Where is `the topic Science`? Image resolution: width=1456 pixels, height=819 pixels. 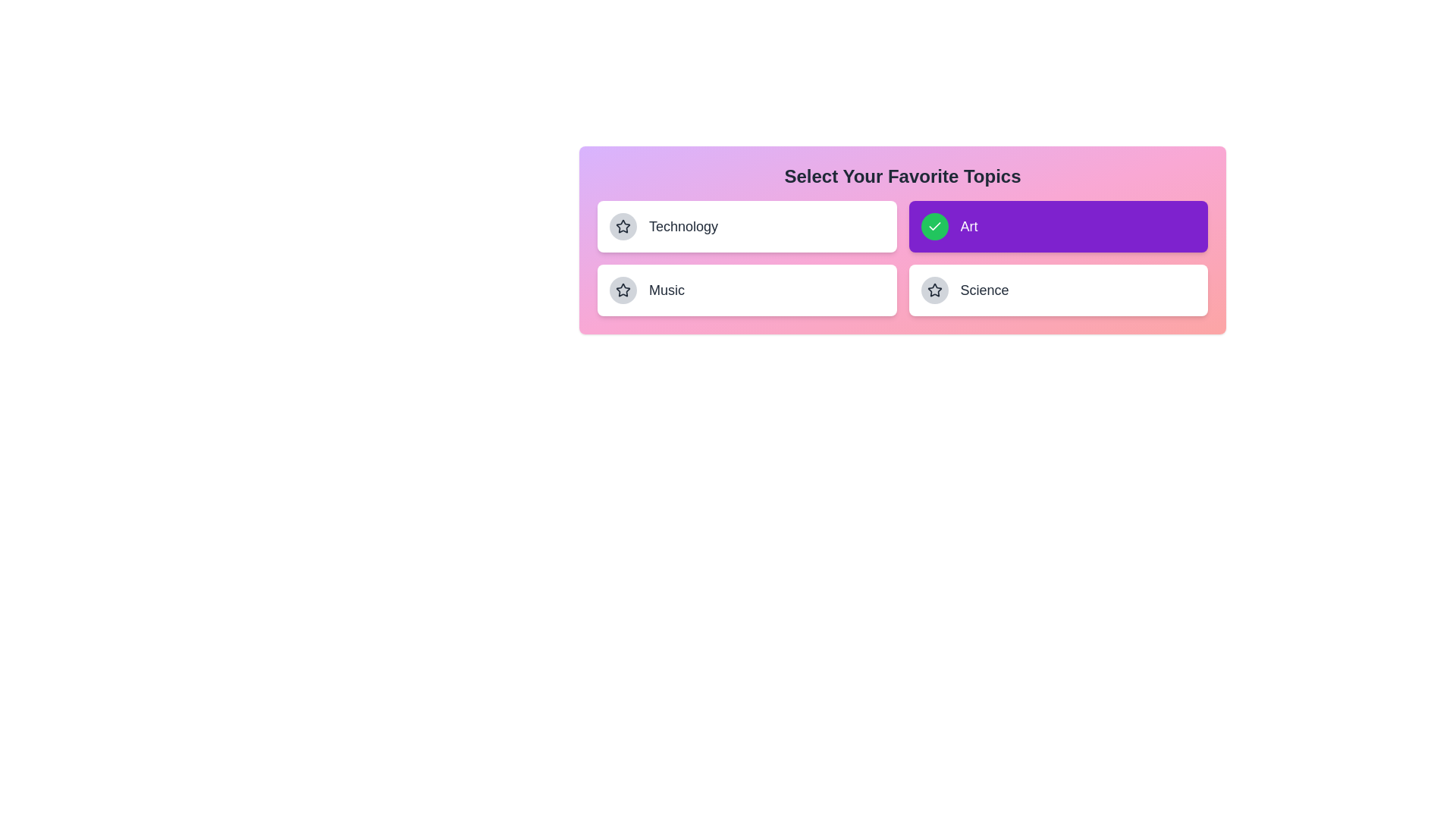 the topic Science is located at coordinates (1057, 290).